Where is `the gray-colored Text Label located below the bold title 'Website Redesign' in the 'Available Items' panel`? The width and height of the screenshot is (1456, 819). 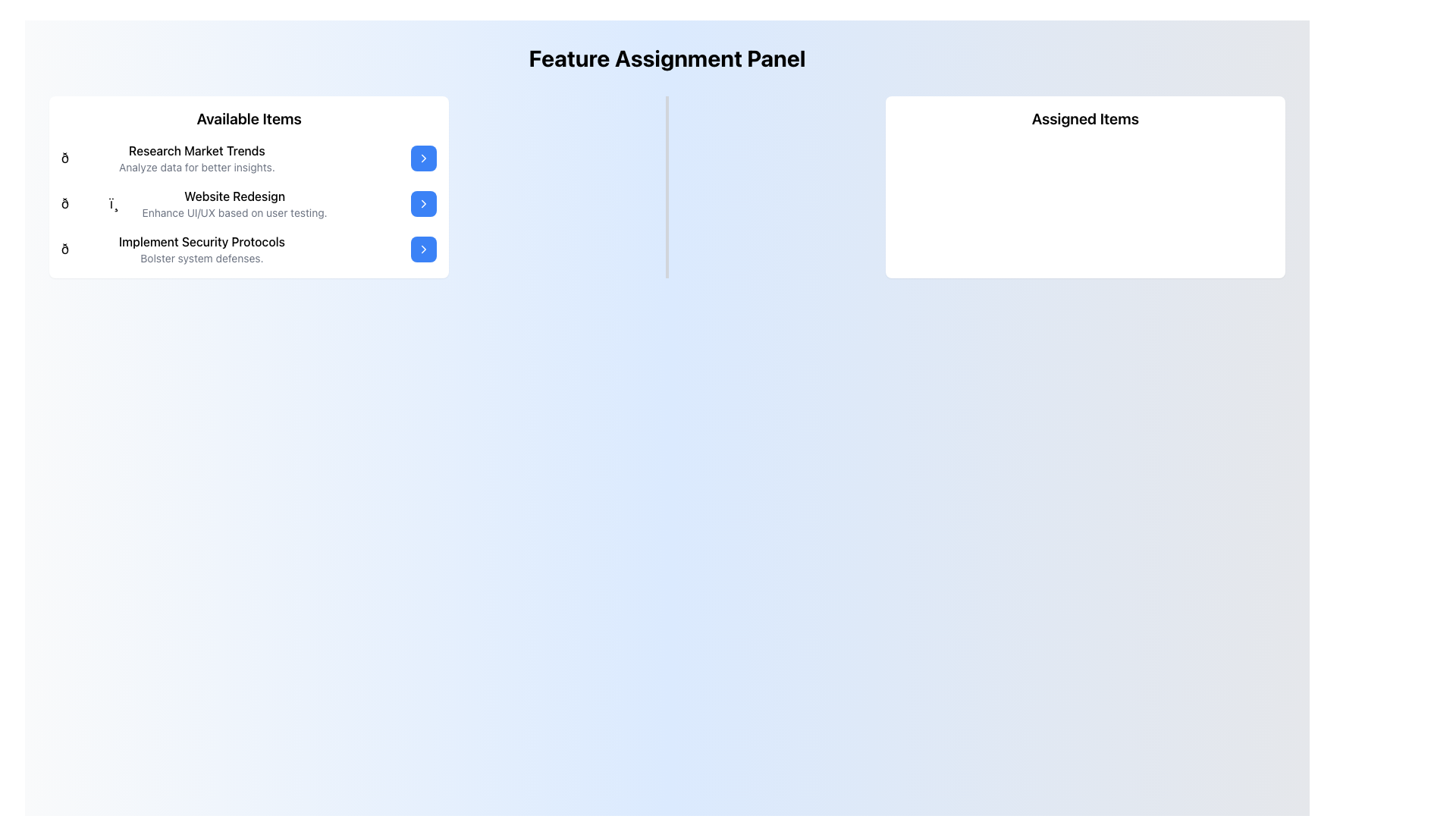
the gray-colored Text Label located below the bold title 'Website Redesign' in the 'Available Items' panel is located at coordinates (234, 213).